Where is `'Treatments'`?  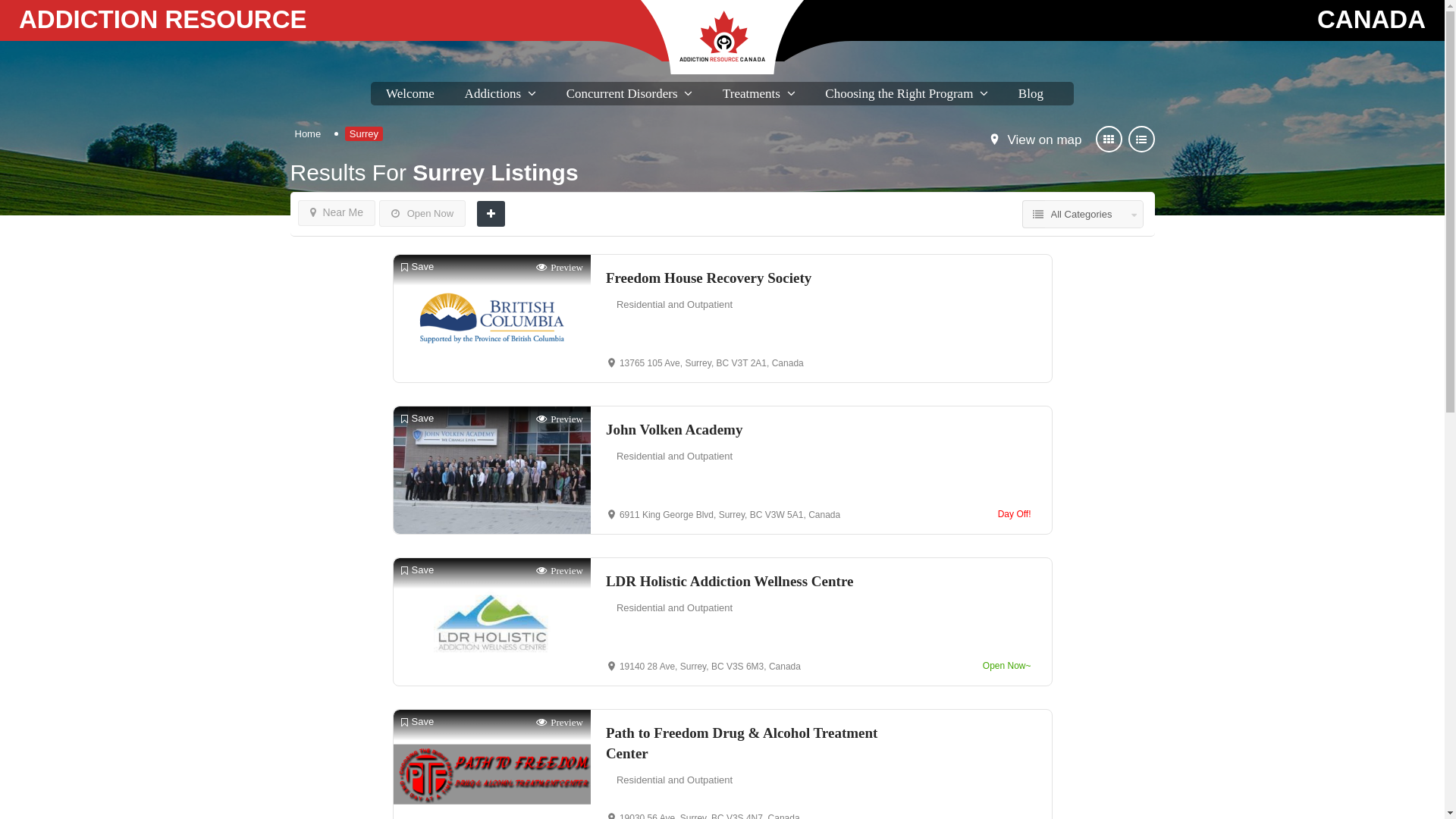 'Treatments' is located at coordinates (751, 93).